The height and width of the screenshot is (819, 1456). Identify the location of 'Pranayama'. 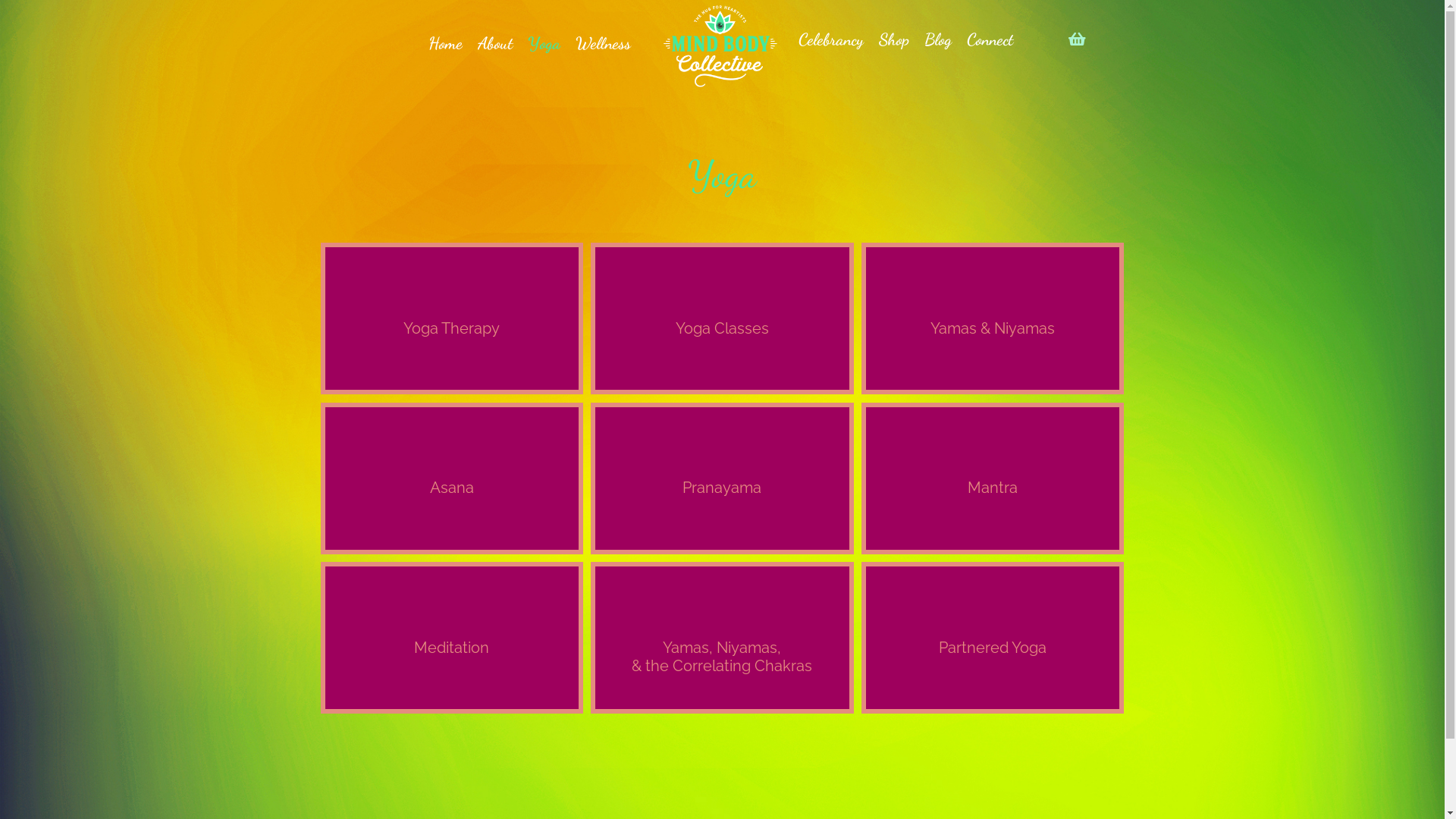
(720, 479).